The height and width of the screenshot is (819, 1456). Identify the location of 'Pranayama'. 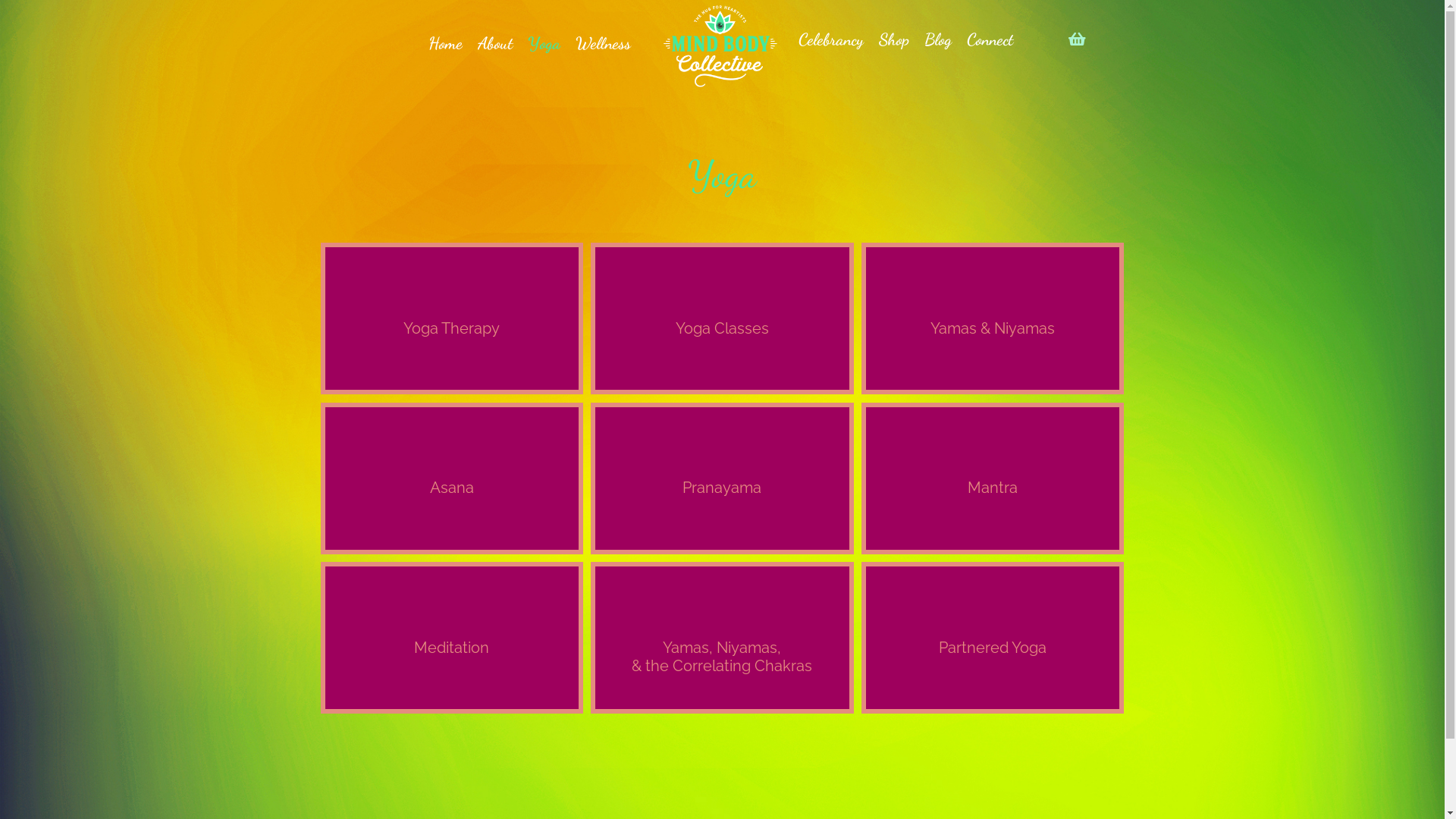
(720, 479).